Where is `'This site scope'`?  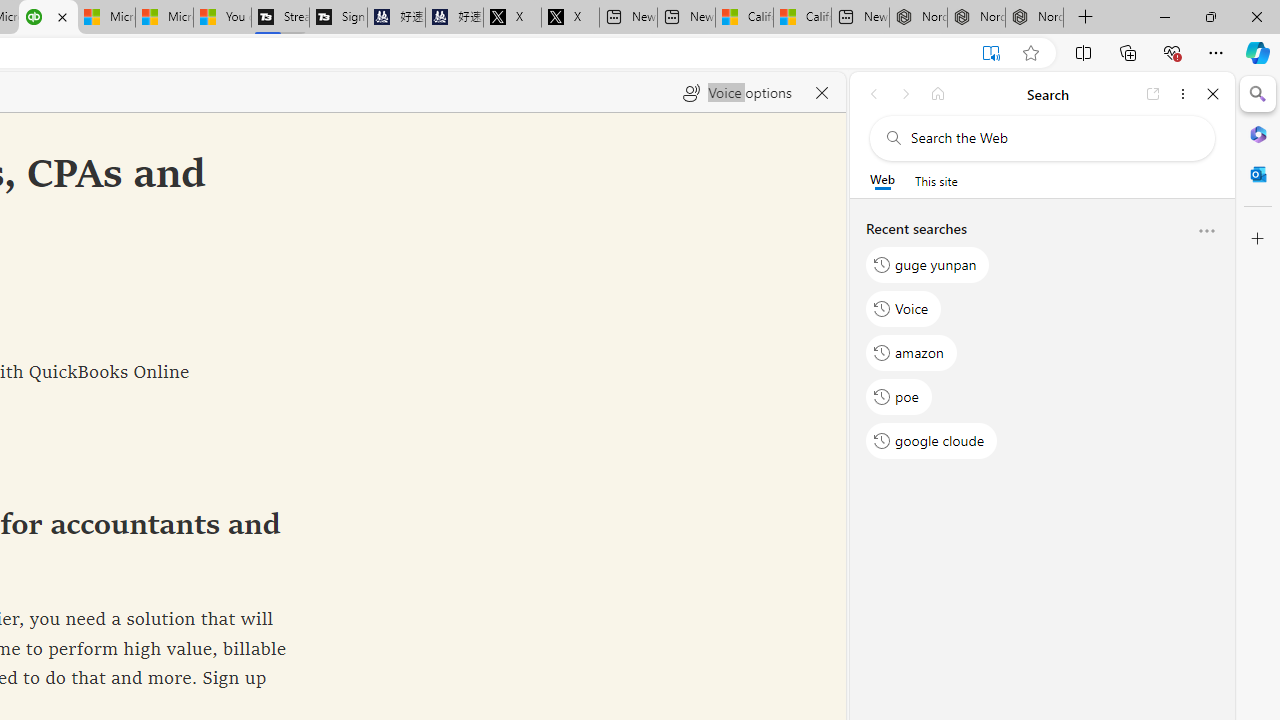 'This site scope' is located at coordinates (935, 180).